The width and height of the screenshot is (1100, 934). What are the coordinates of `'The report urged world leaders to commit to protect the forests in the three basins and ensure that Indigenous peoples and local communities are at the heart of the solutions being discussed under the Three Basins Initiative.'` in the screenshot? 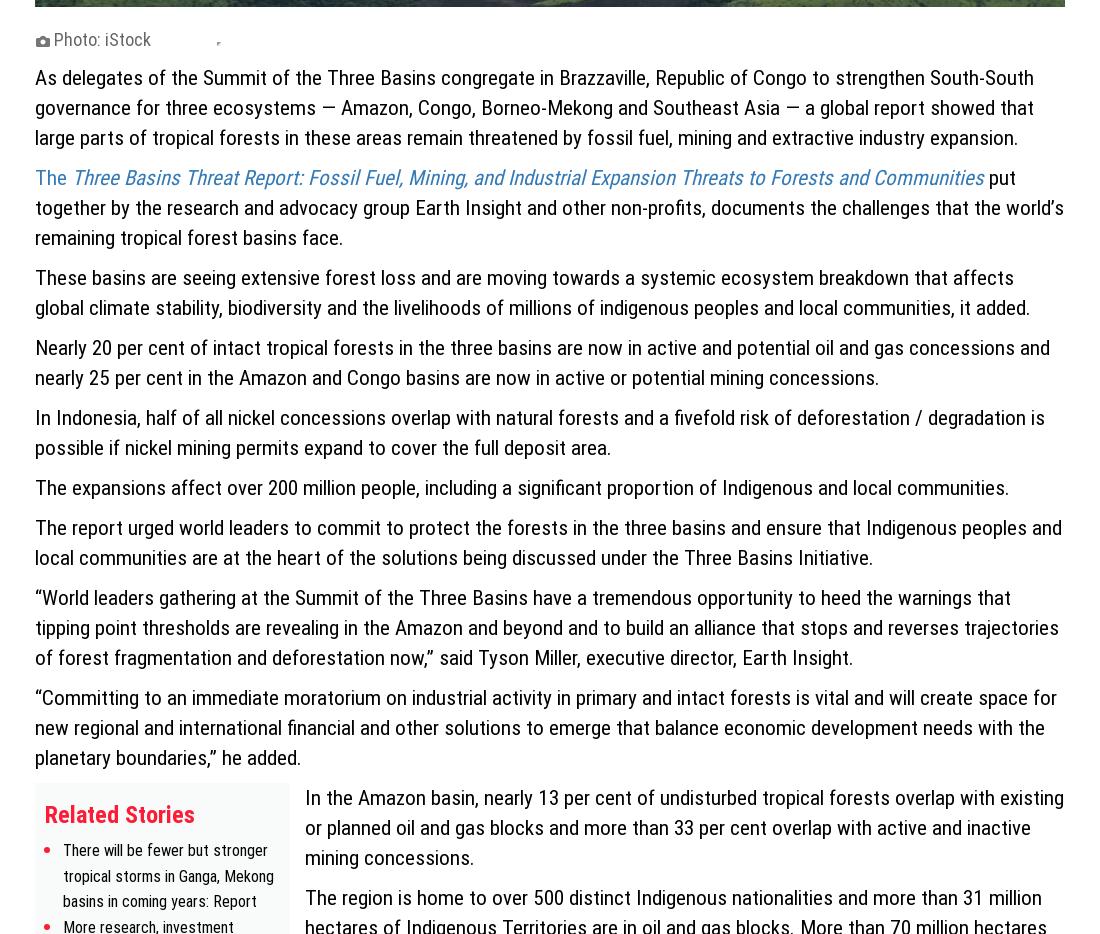 It's located at (548, 542).